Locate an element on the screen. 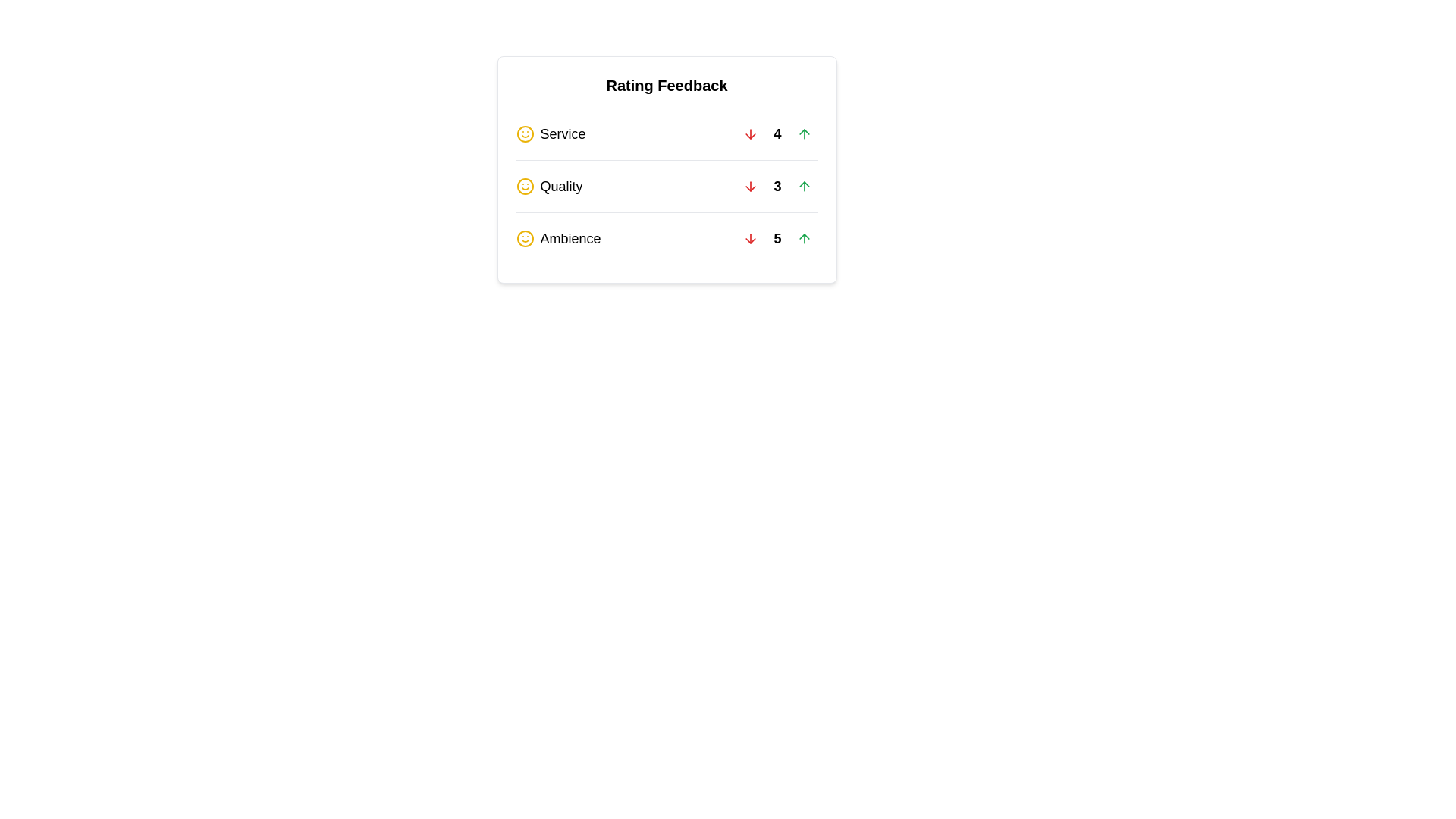 The width and height of the screenshot is (1456, 819). the 'Service' category label with associated icon, which is the first item in the vertical list of feedback categories is located at coordinates (550, 133).